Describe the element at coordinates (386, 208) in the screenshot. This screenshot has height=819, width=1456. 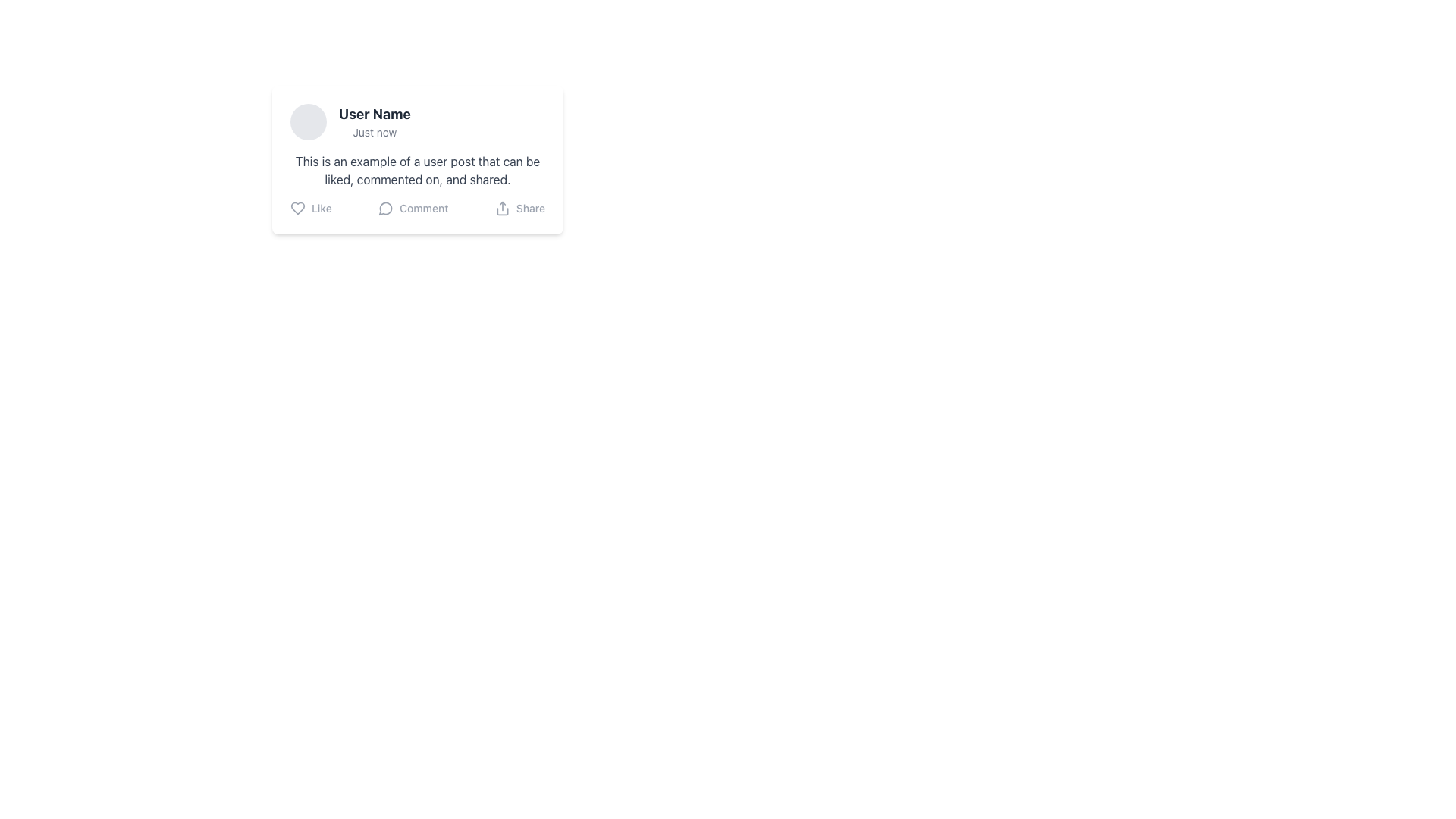
I see `the circular speech bubble icon representing comments, located at the bottom of a user post, between the 'Like' section and the 'Comment' label` at that location.